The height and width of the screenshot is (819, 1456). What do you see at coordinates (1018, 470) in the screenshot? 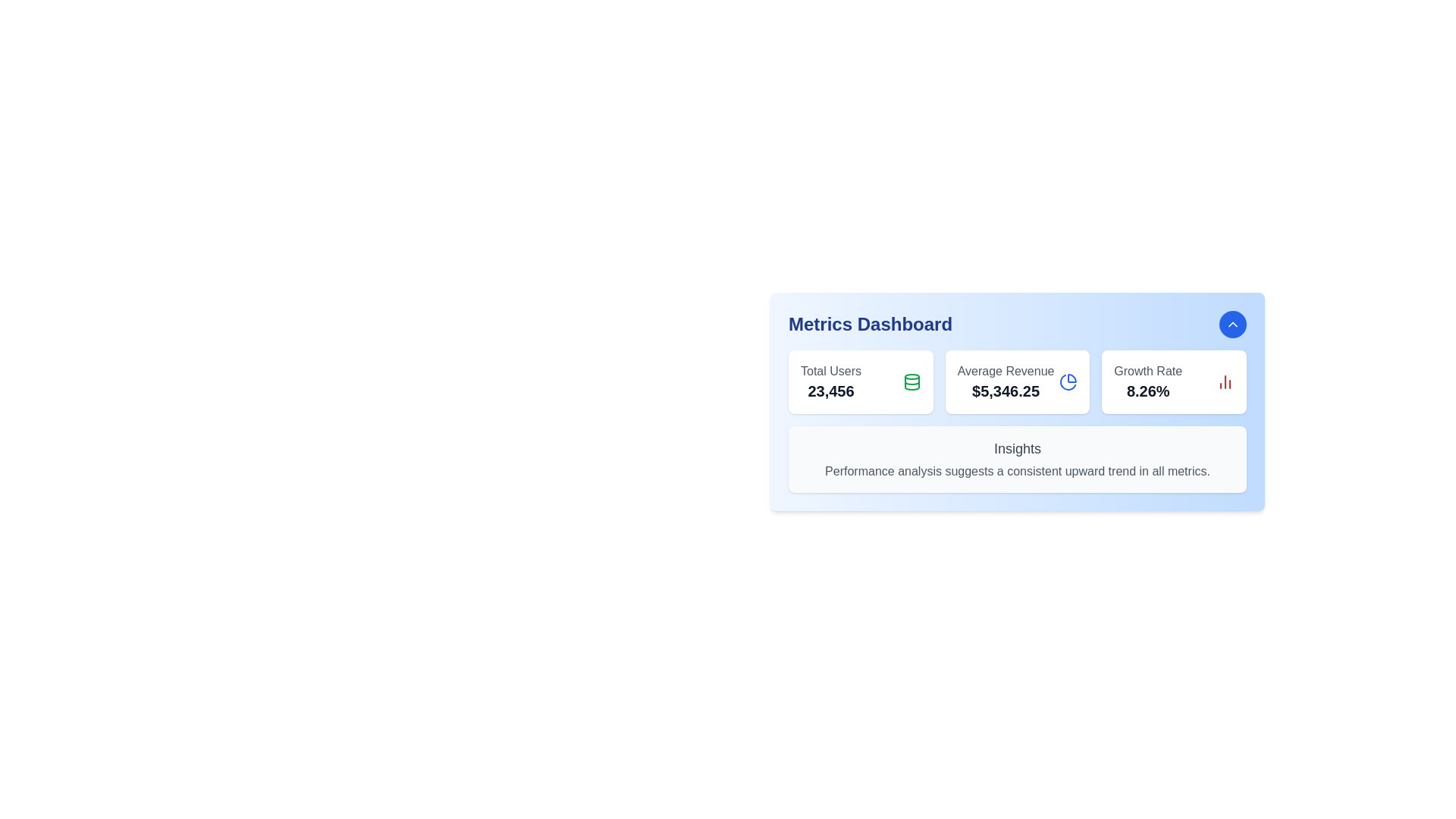
I see `the text label displaying 'Performance analysis suggests a consistent upward trend in all metrics.' which is located underneath the 'Insights' heading in the 'Metrics Dashboard' card` at bounding box center [1018, 470].